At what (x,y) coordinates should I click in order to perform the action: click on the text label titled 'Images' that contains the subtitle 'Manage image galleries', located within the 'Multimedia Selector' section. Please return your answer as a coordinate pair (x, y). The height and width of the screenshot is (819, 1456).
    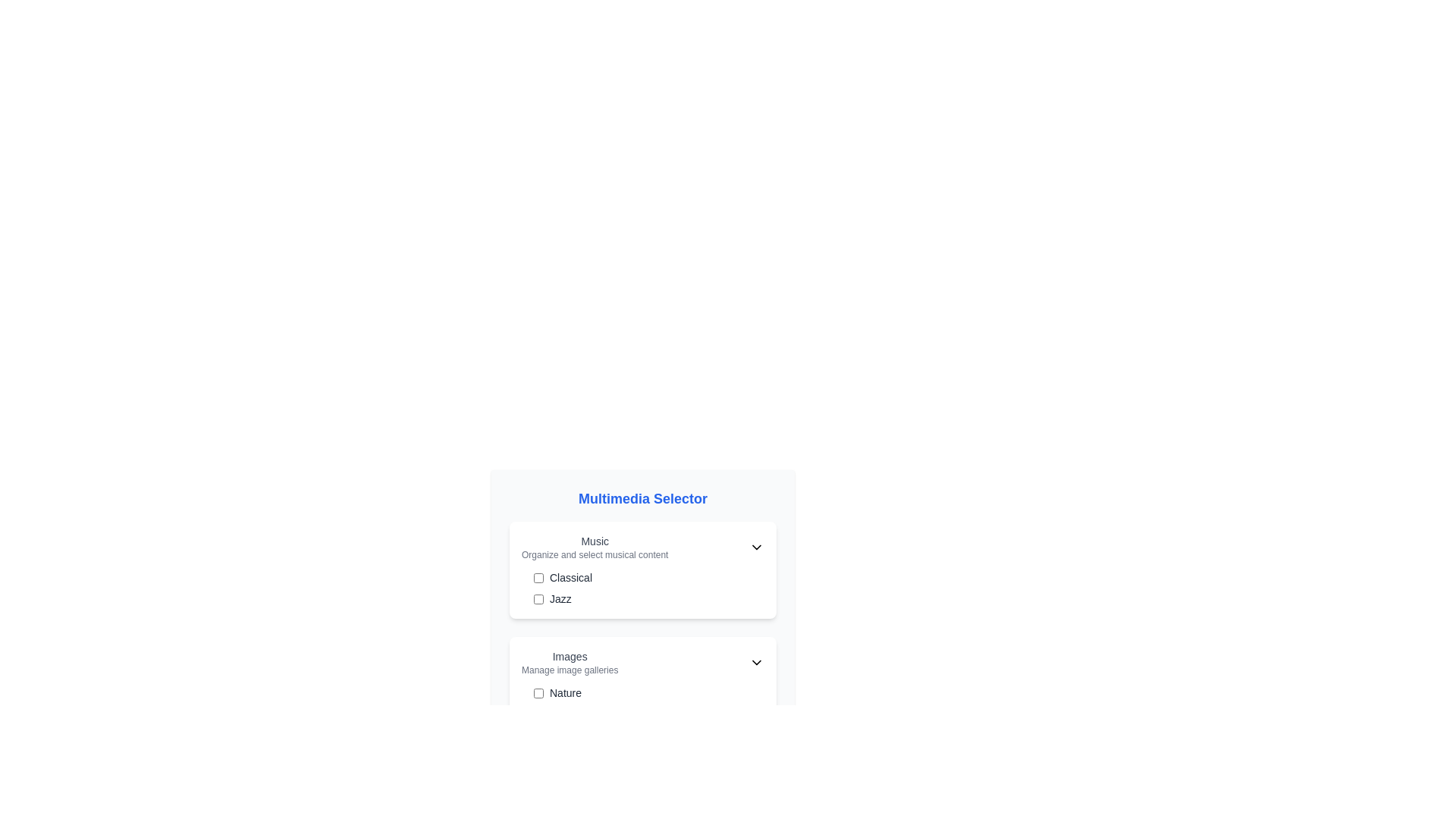
    Looking at the image, I should click on (569, 662).